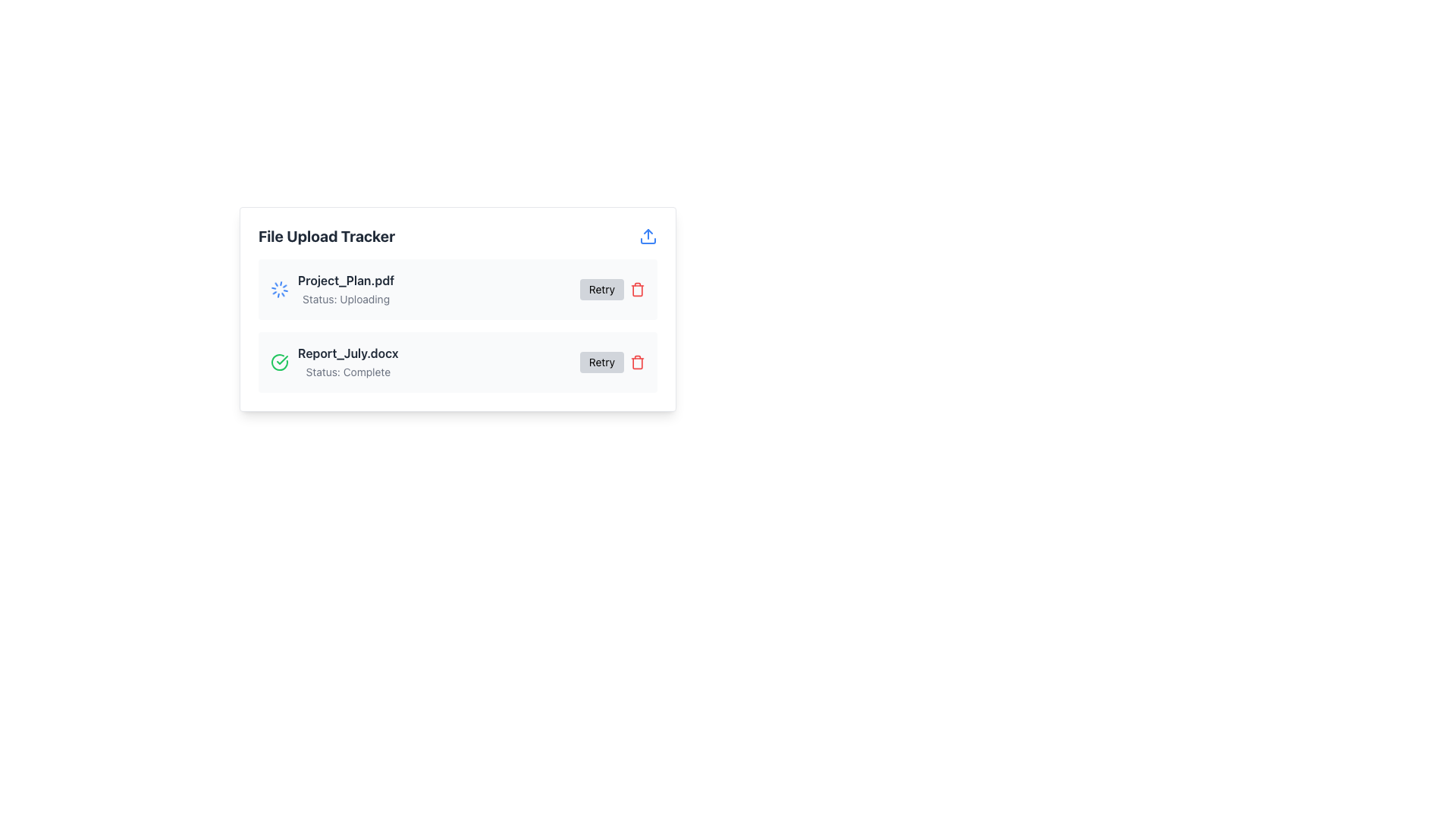 This screenshot has width=1456, height=819. Describe the element at coordinates (601, 289) in the screenshot. I see `the top 'Retry' button, which is a rounded rectangular button with light gray background and dark text, located in the first row of a file upload tracker, aligned to the far-right adjacent to a trash icon` at that location.